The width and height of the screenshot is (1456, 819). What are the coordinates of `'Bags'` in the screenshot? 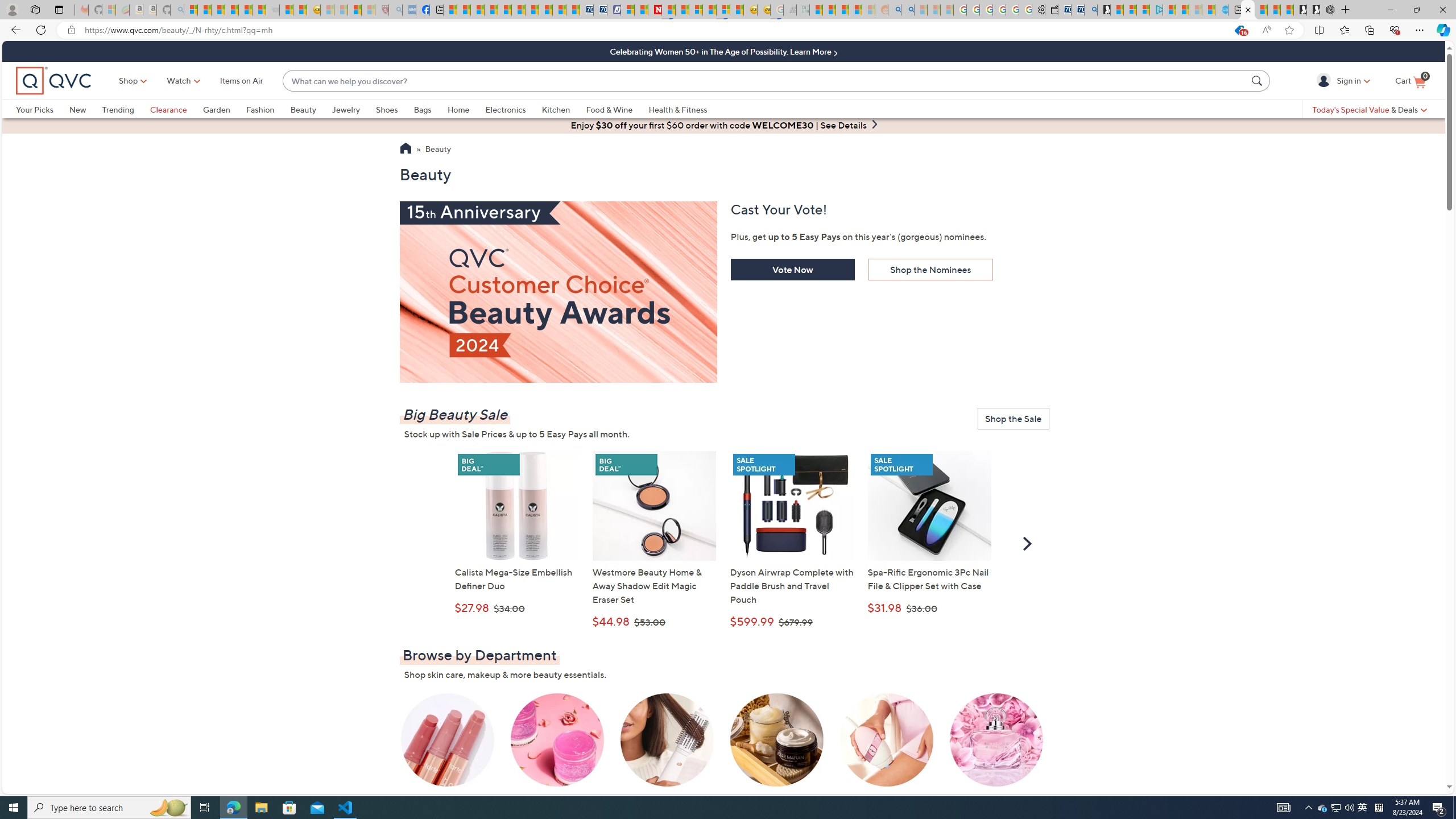 It's located at (429, 109).